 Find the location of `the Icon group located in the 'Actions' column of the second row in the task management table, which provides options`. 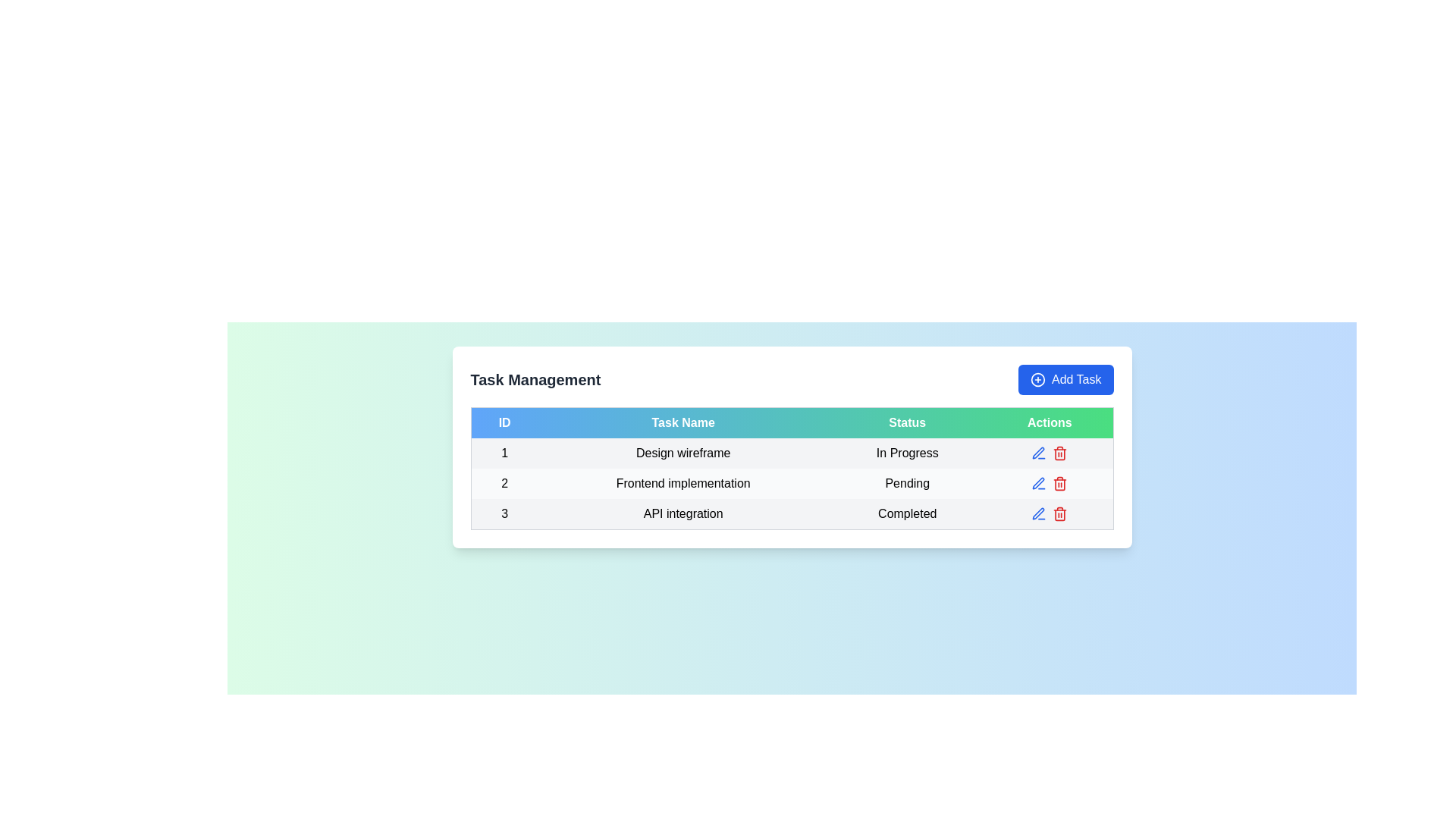

the Icon group located in the 'Actions' column of the second row in the task management table, which provides options is located at coordinates (1048, 483).